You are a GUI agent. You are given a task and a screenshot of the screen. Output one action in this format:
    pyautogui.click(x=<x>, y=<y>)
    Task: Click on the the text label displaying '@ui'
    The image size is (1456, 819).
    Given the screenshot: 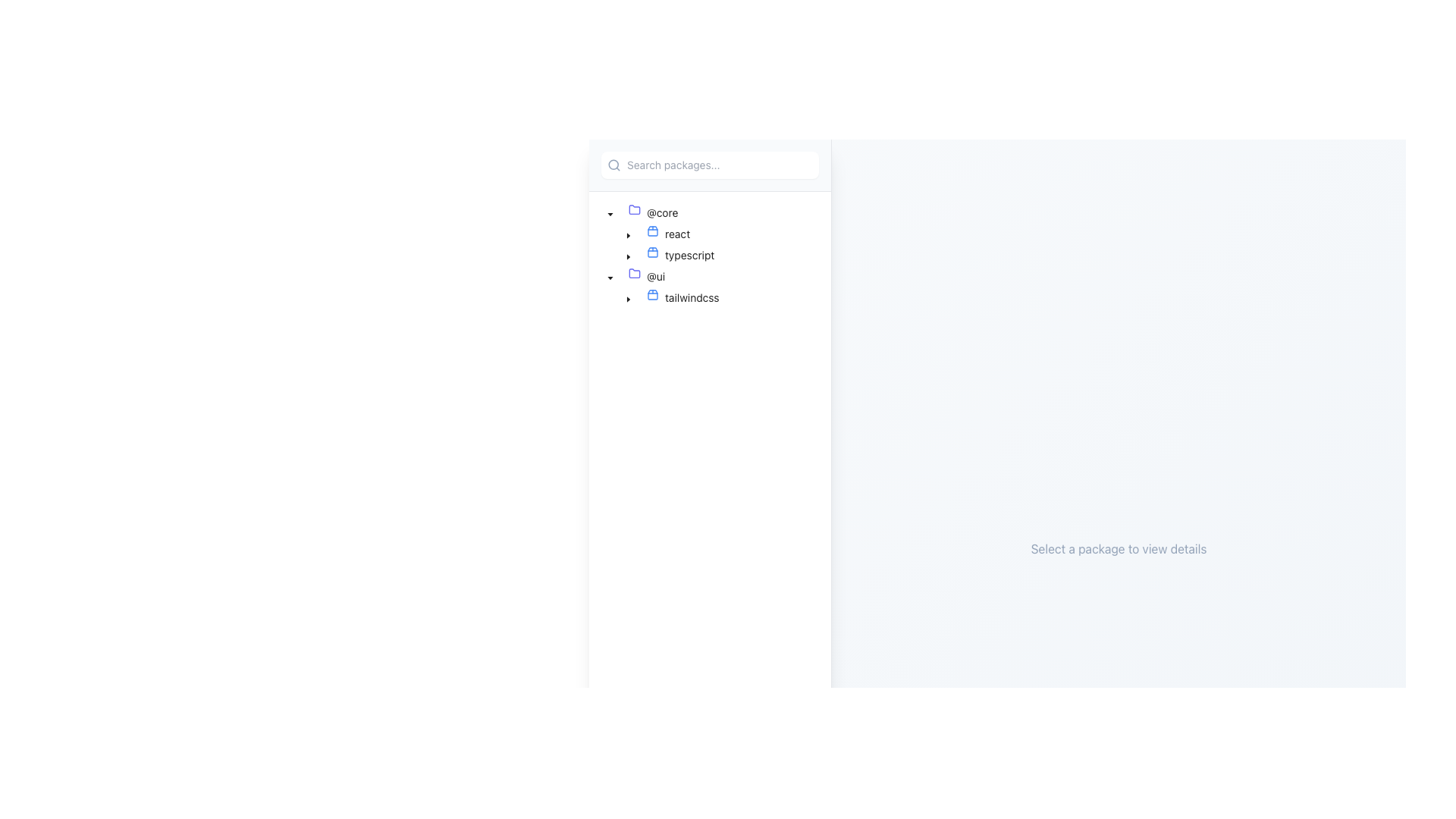 What is the action you would take?
    pyautogui.click(x=655, y=275)
    